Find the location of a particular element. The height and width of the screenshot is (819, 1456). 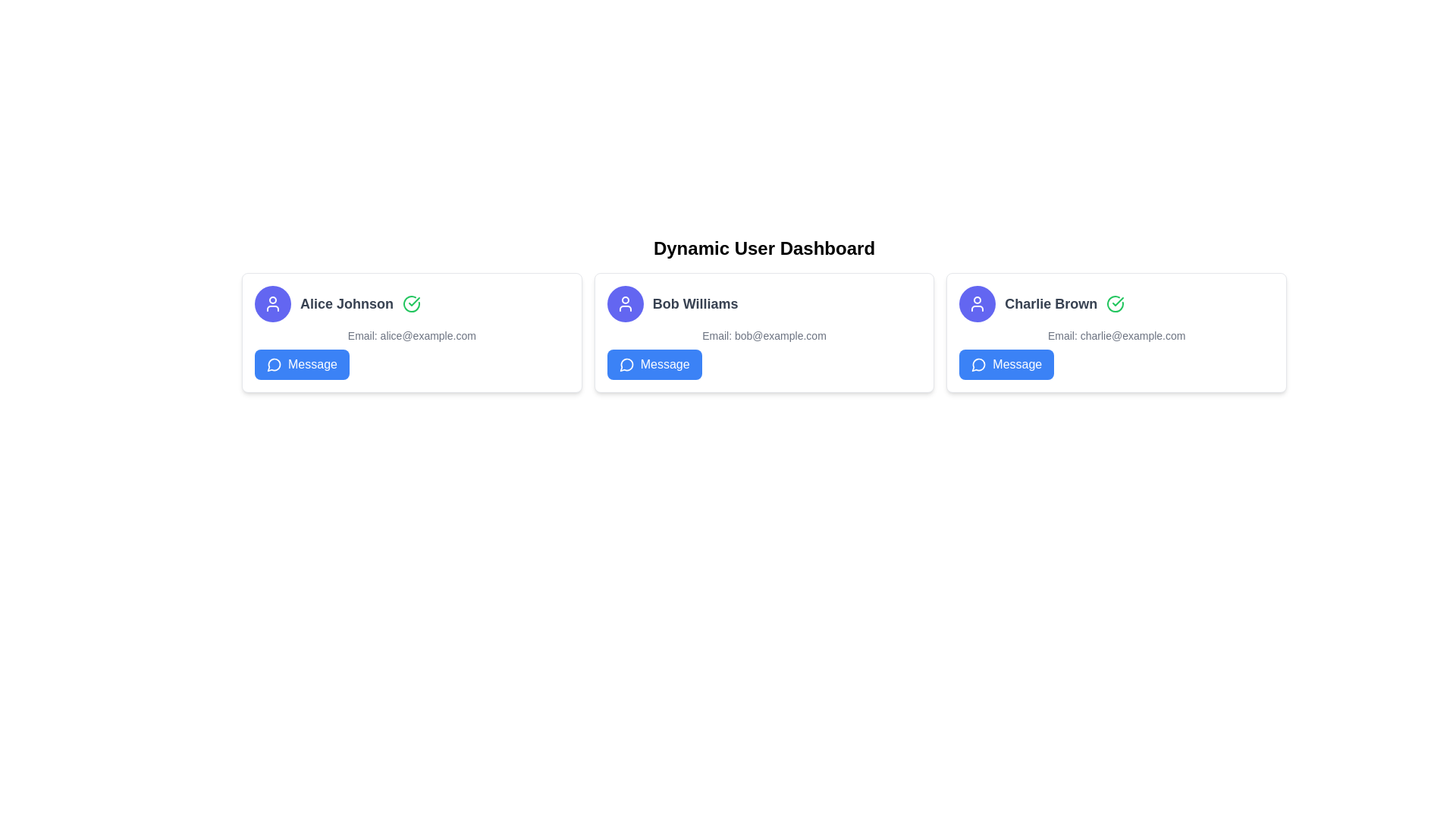

the 'Message' button icon in Charlie Brown's card, which is represented by a circular speech bubble outline is located at coordinates (978, 365).